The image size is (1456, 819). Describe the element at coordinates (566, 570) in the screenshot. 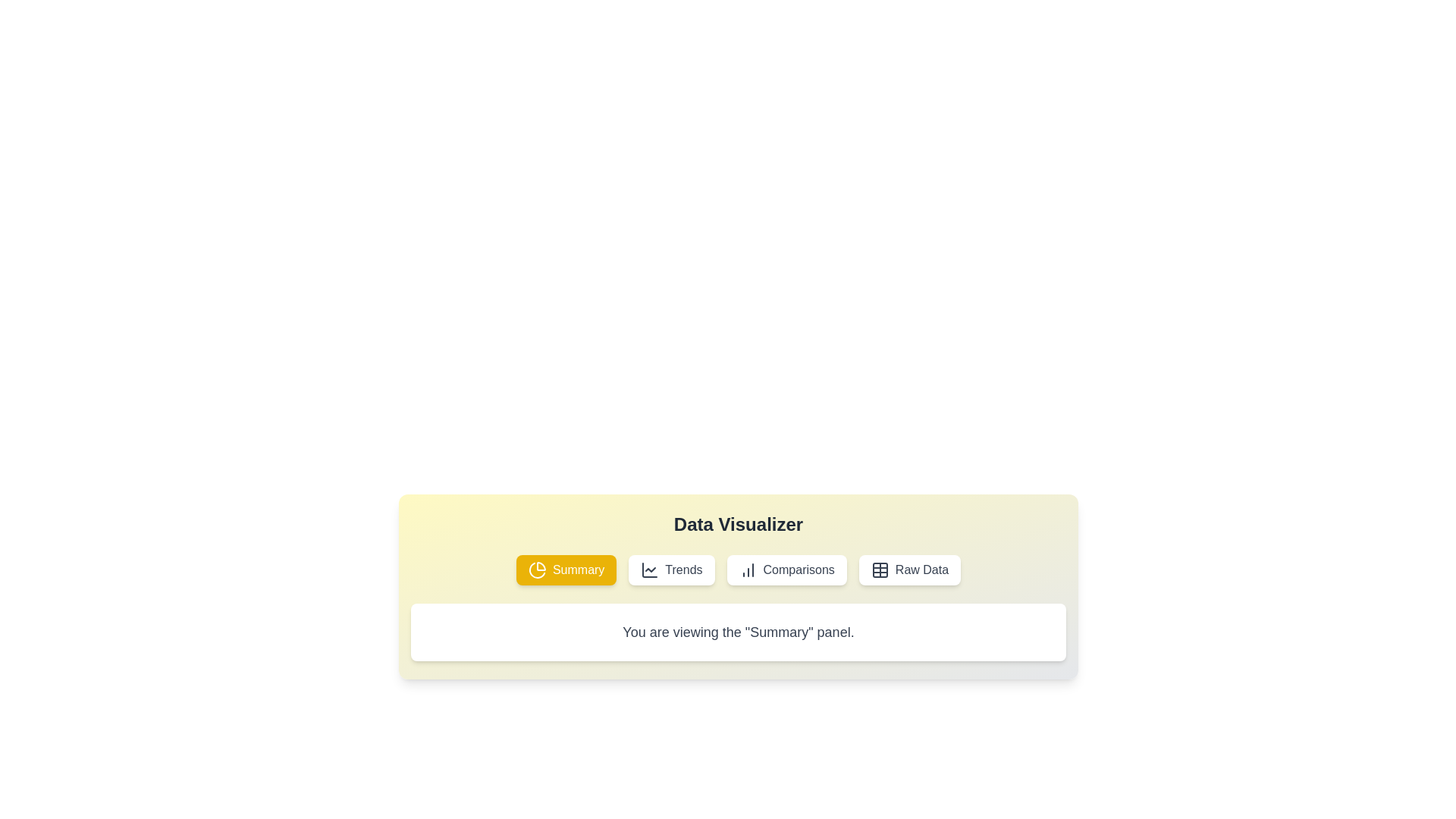

I see `the yellow 'Summary' button with white text and a pie chart icon` at that location.